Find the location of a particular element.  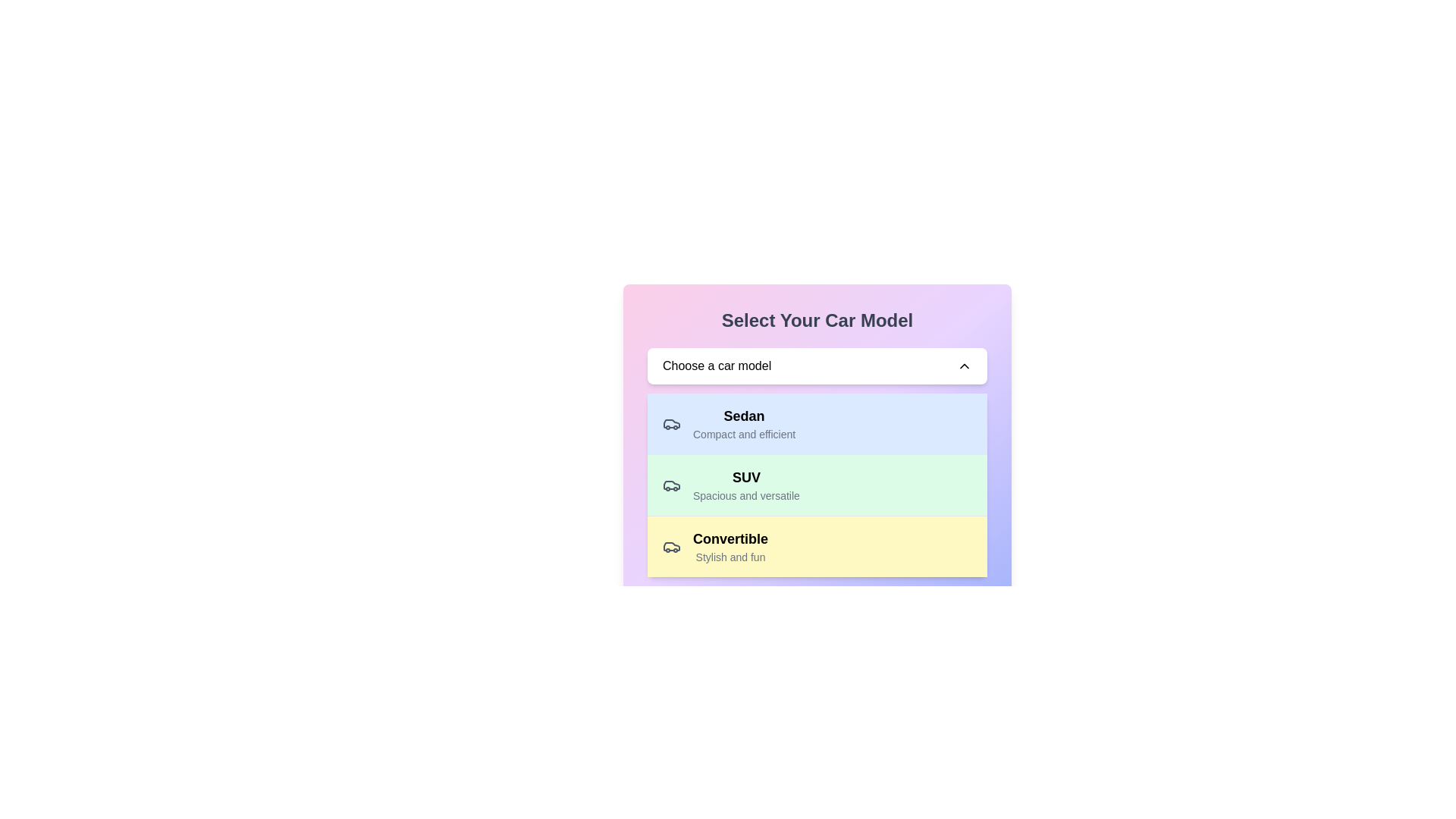

the descriptive text element located below the 'SUV' label in the 'Select Your Car Model' section, which provides additional information about the spaciousness and versatility of the SUV option is located at coordinates (746, 496).